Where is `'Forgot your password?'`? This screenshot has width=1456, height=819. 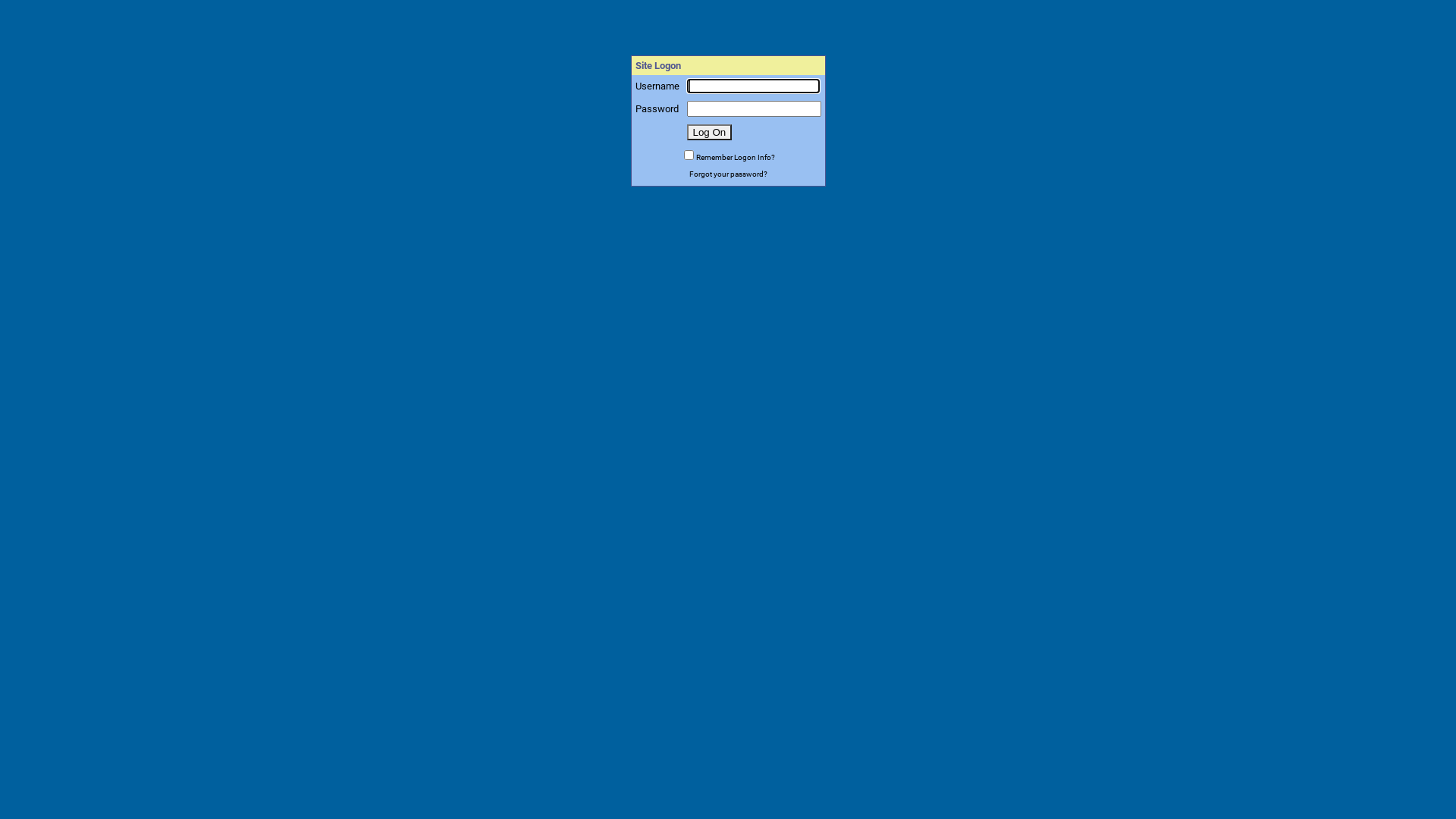 'Forgot your password?' is located at coordinates (687, 172).